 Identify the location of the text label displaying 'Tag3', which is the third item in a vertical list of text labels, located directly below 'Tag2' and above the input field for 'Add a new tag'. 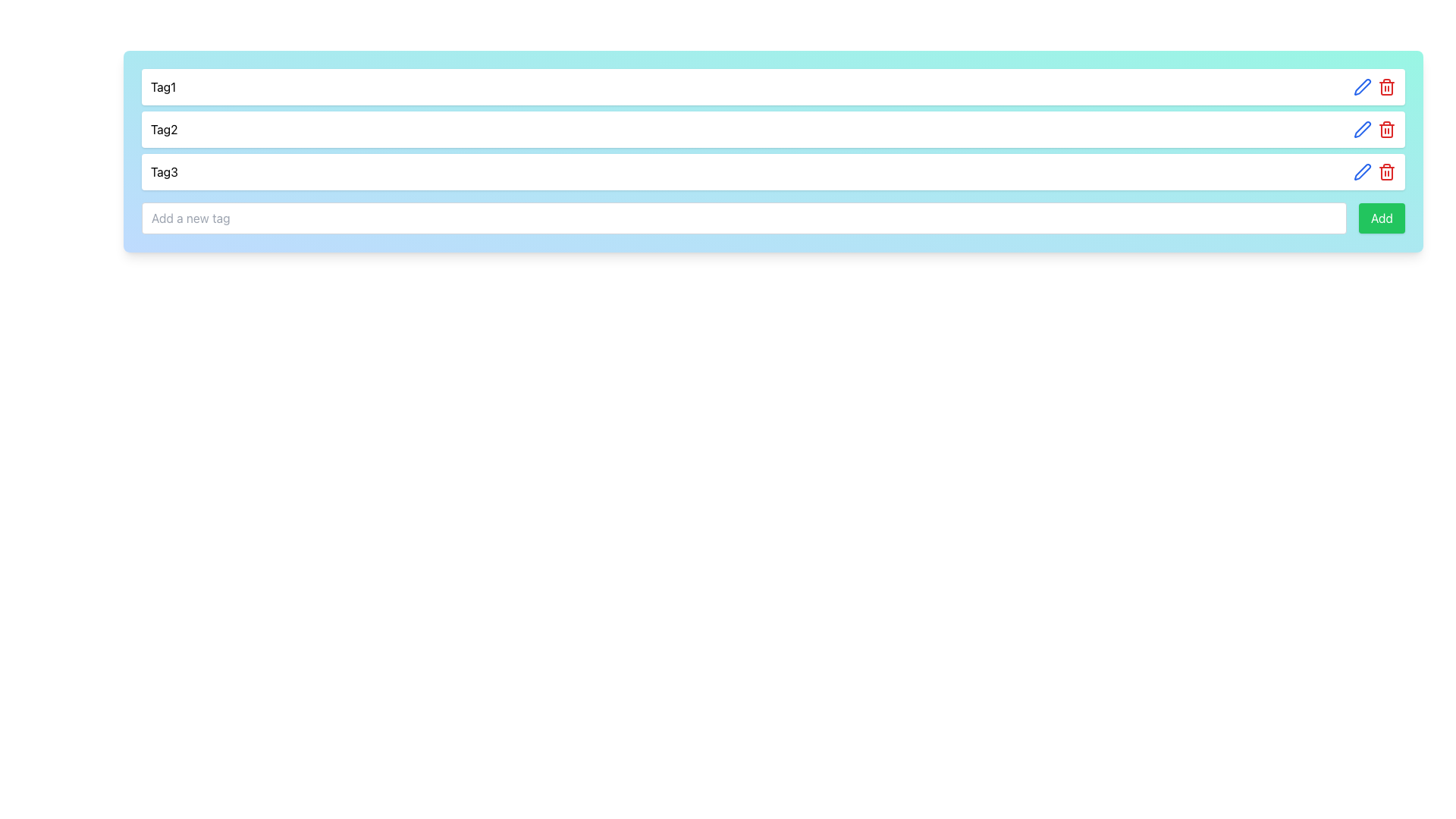
(164, 171).